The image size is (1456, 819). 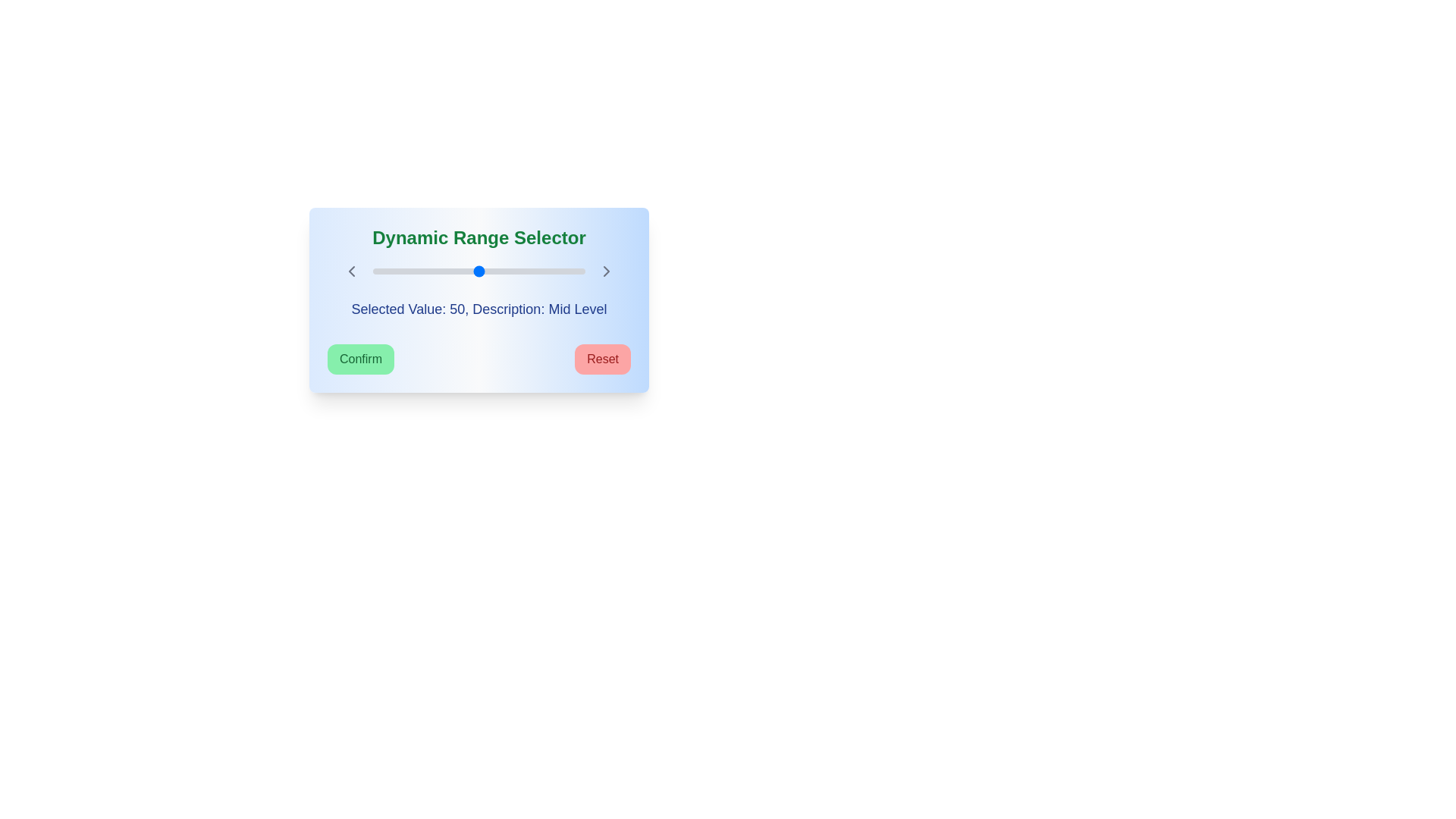 I want to click on the slider, so click(x=392, y=271).